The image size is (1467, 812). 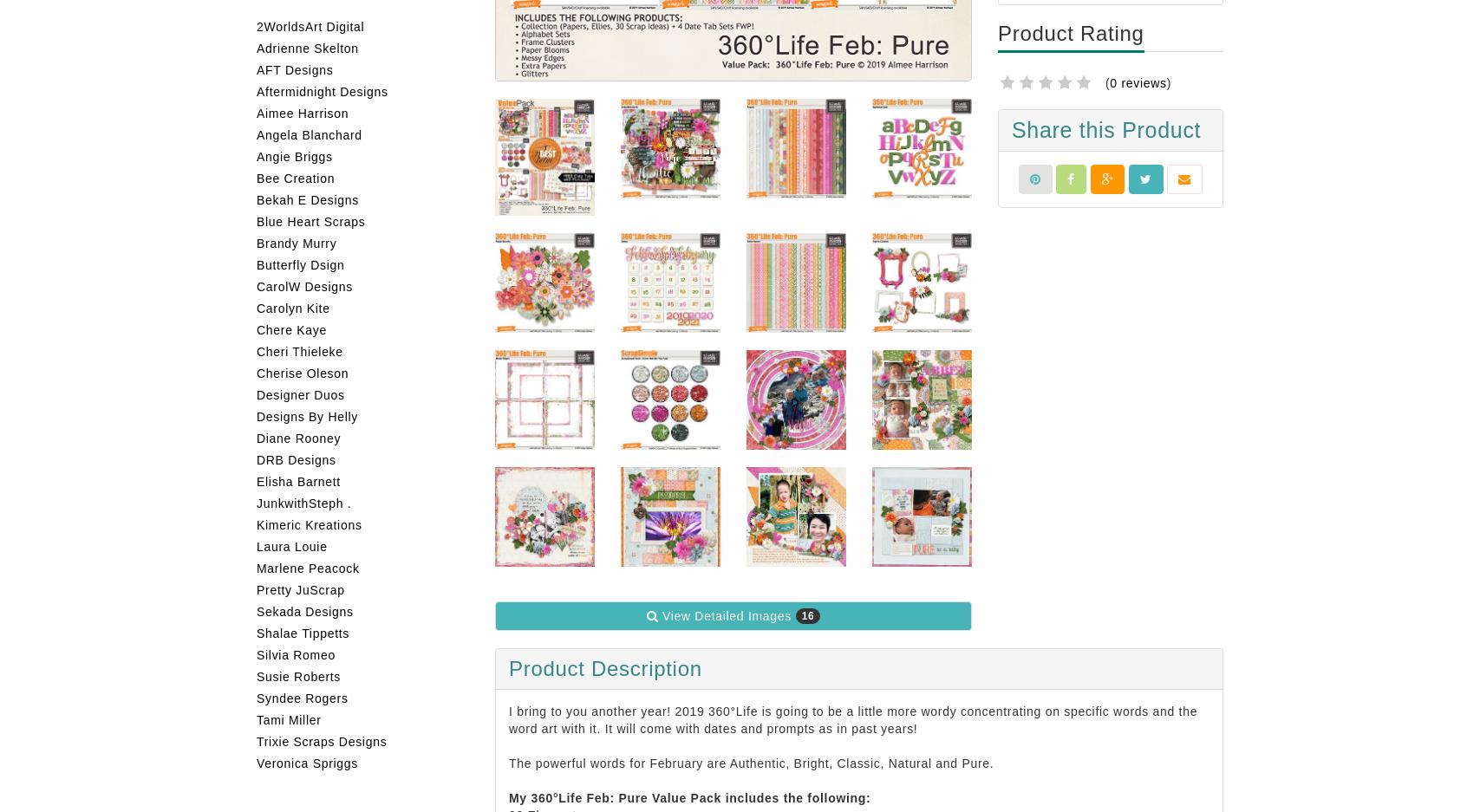 I want to click on 'Sekada Designs', so click(x=303, y=610).